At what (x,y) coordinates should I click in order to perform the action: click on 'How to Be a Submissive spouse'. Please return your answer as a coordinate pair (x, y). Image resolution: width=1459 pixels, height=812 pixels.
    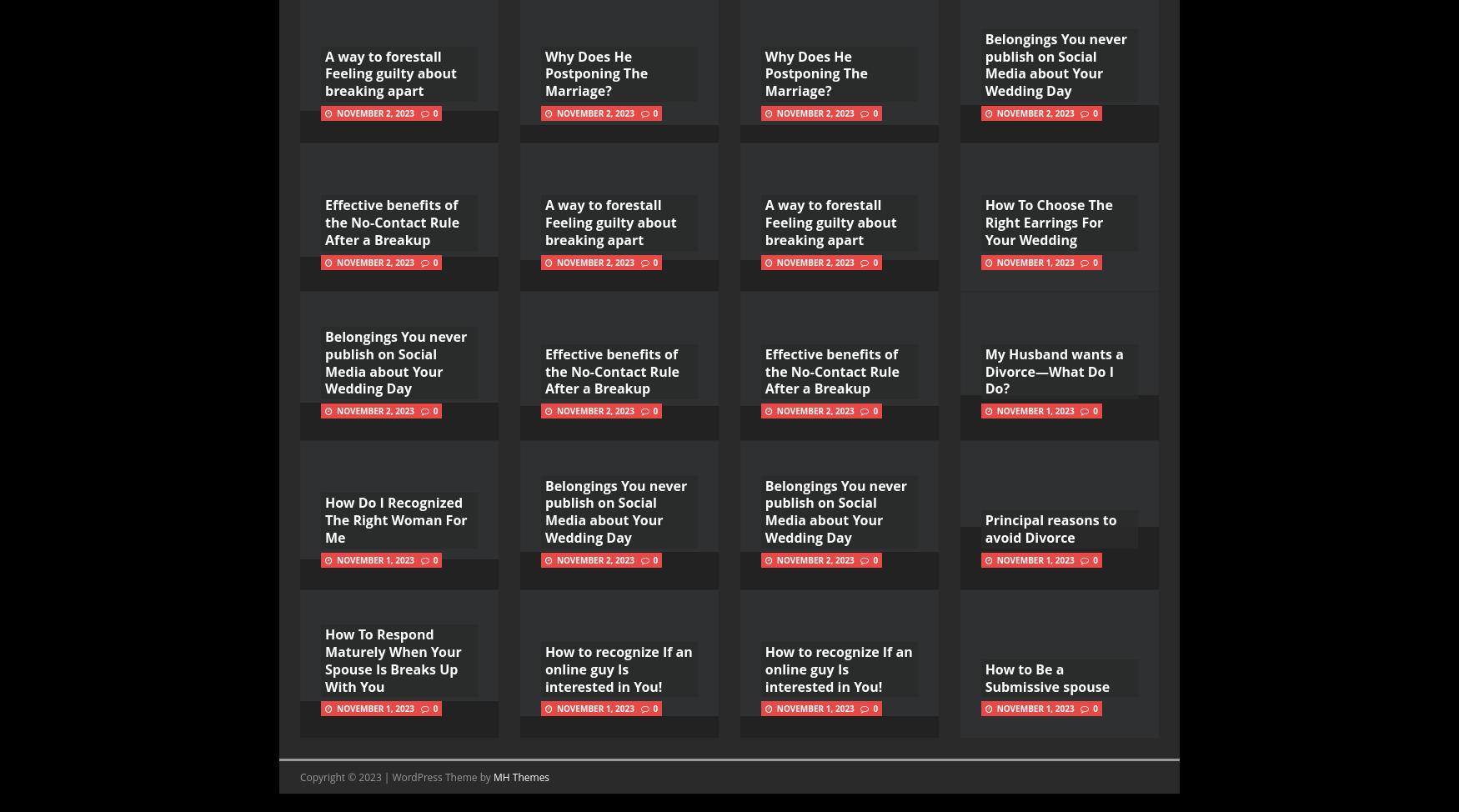
    Looking at the image, I should click on (984, 678).